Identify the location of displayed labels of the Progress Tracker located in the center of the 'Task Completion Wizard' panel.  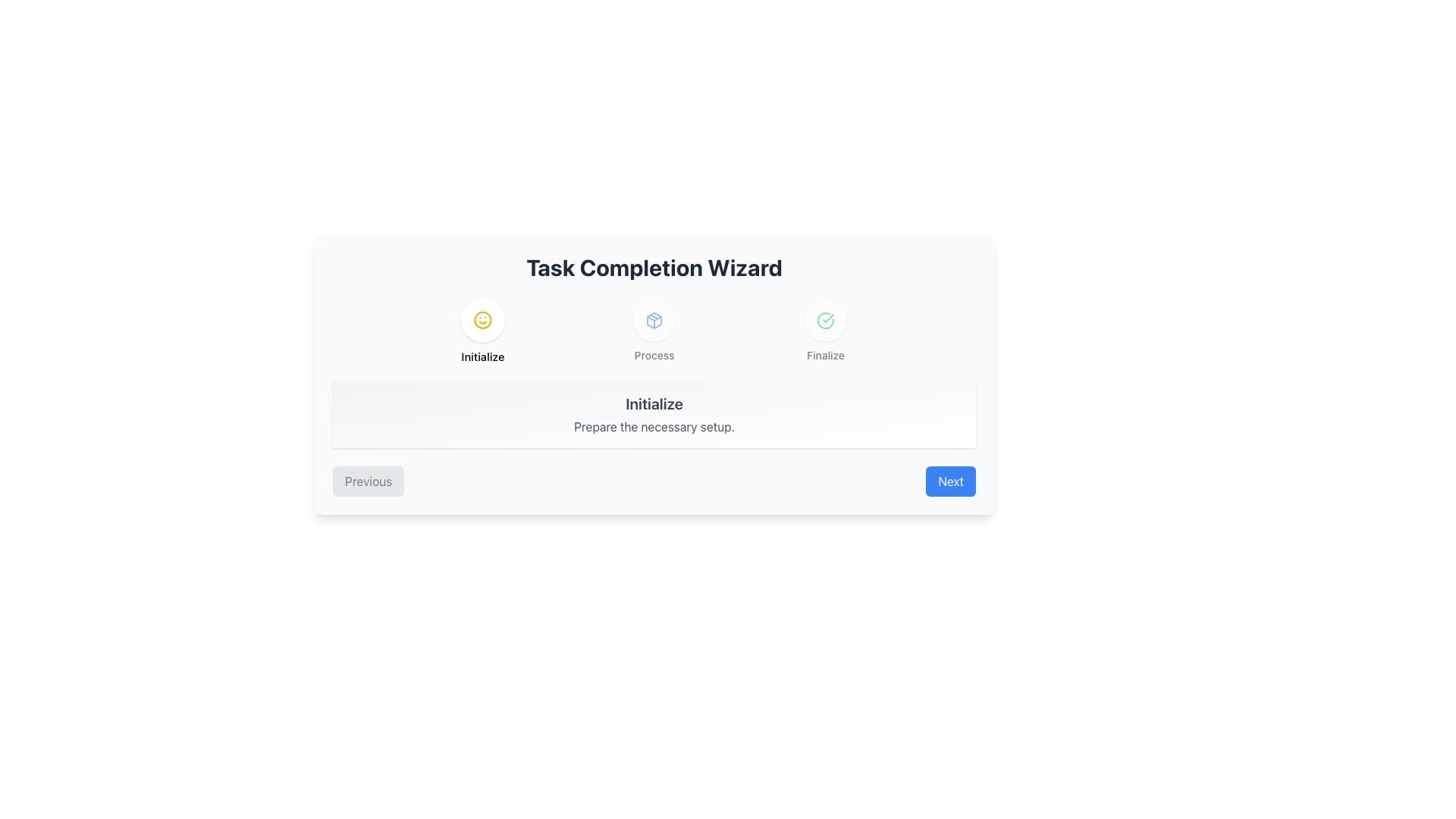
(654, 330).